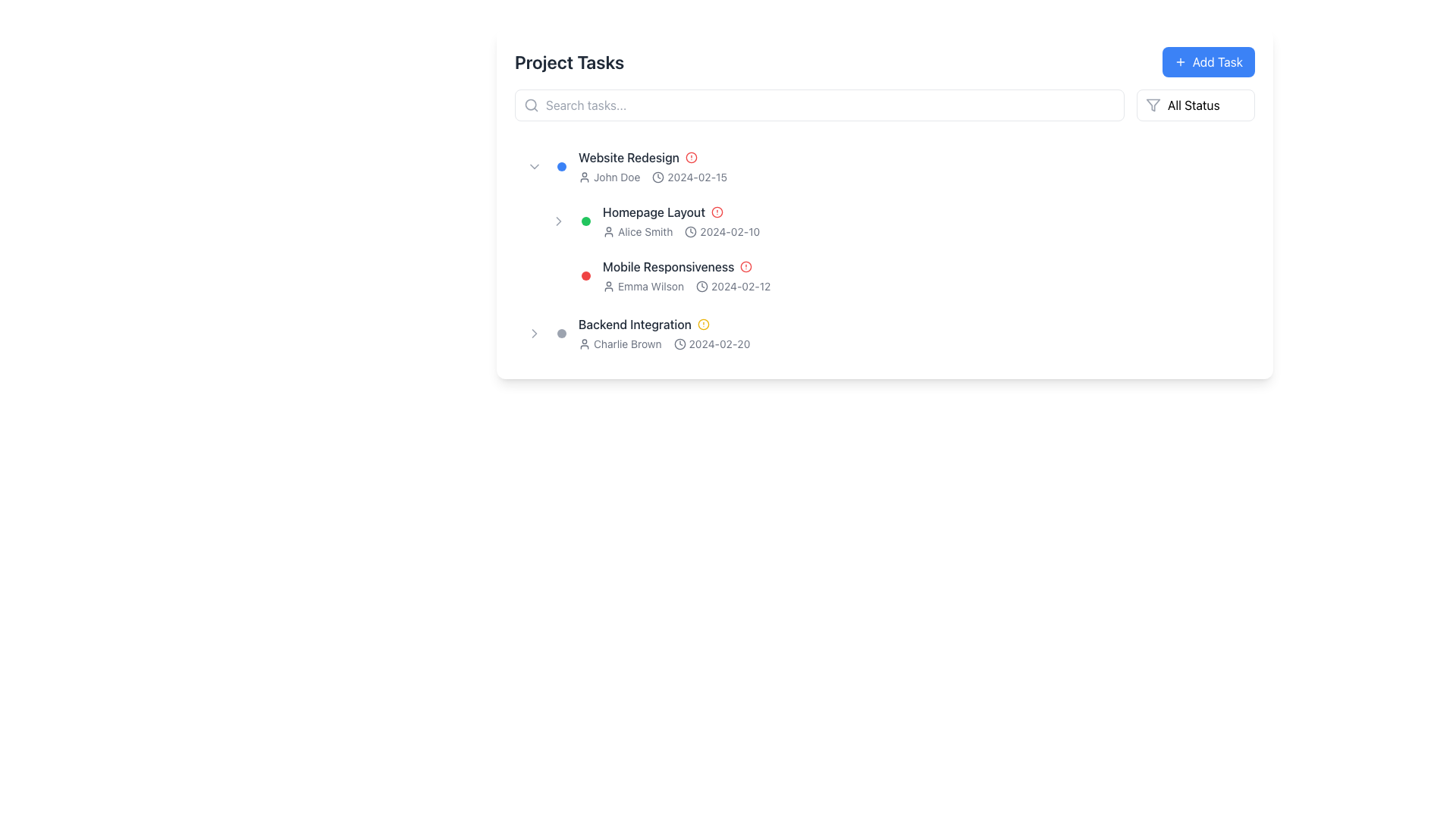 The image size is (1456, 819). What do you see at coordinates (711, 344) in the screenshot?
I see `the Text label displaying the due date for the task located in the 'Backend Integration' section, to the right of 'Charlie Brown'` at bounding box center [711, 344].